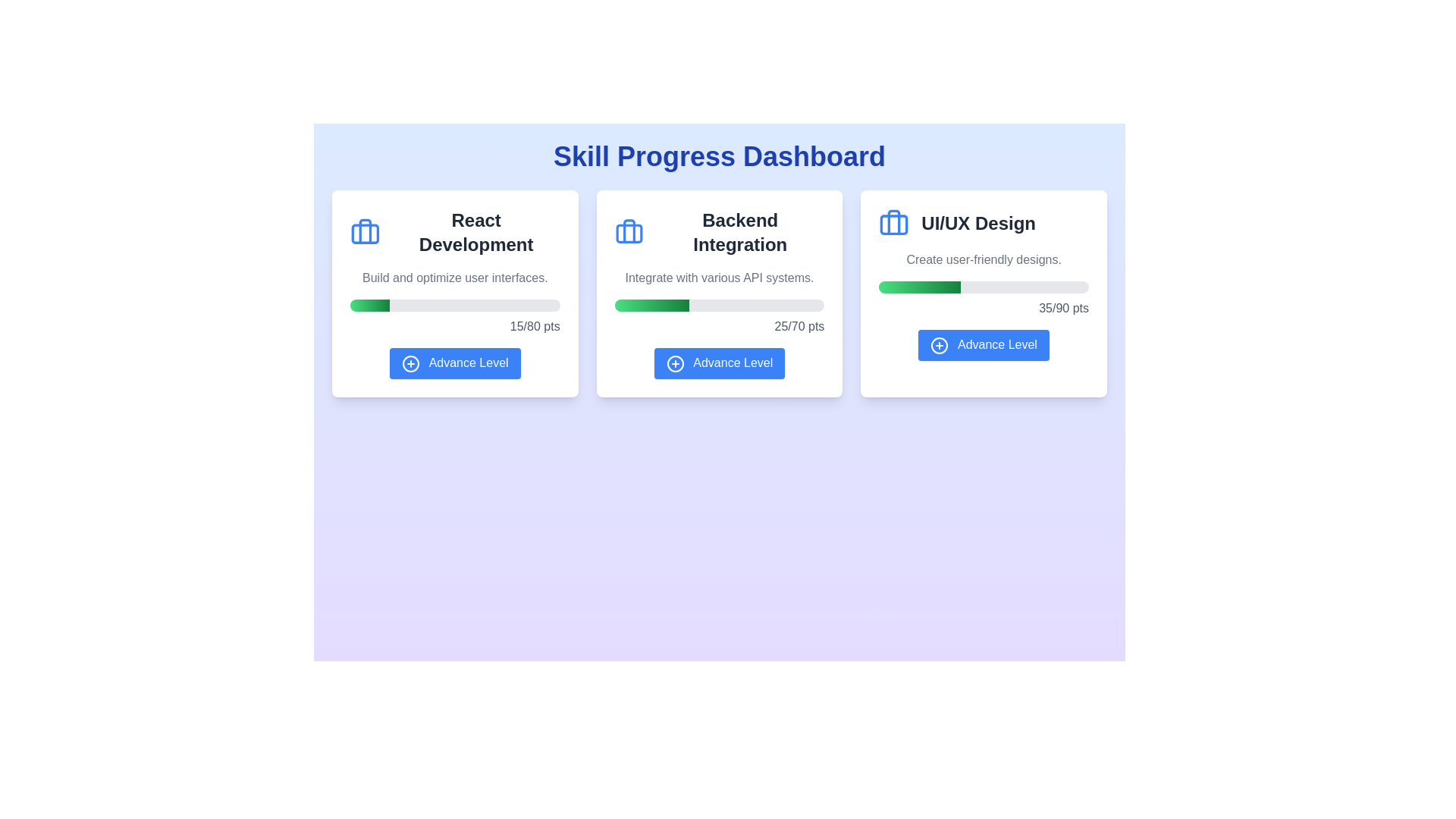  What do you see at coordinates (365, 234) in the screenshot?
I see `the decorative SVG component that represents the bottom section of the briefcase icon within the 'React Development' card` at bounding box center [365, 234].